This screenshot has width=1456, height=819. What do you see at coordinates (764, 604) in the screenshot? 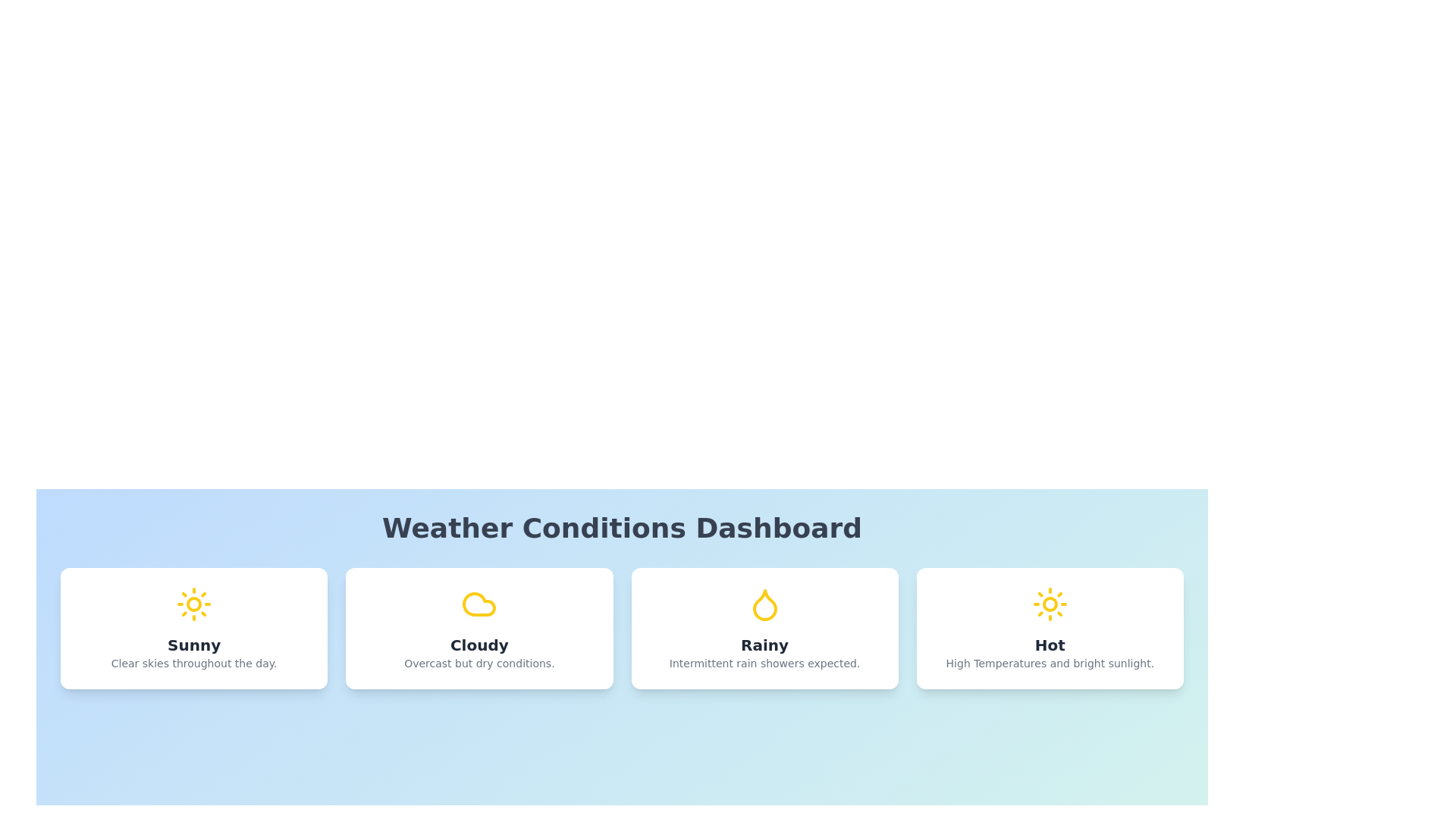
I see `the drop-shaped yellow icon representing rain, located in the third weather condition card labeled 'Rainy.'` at bounding box center [764, 604].